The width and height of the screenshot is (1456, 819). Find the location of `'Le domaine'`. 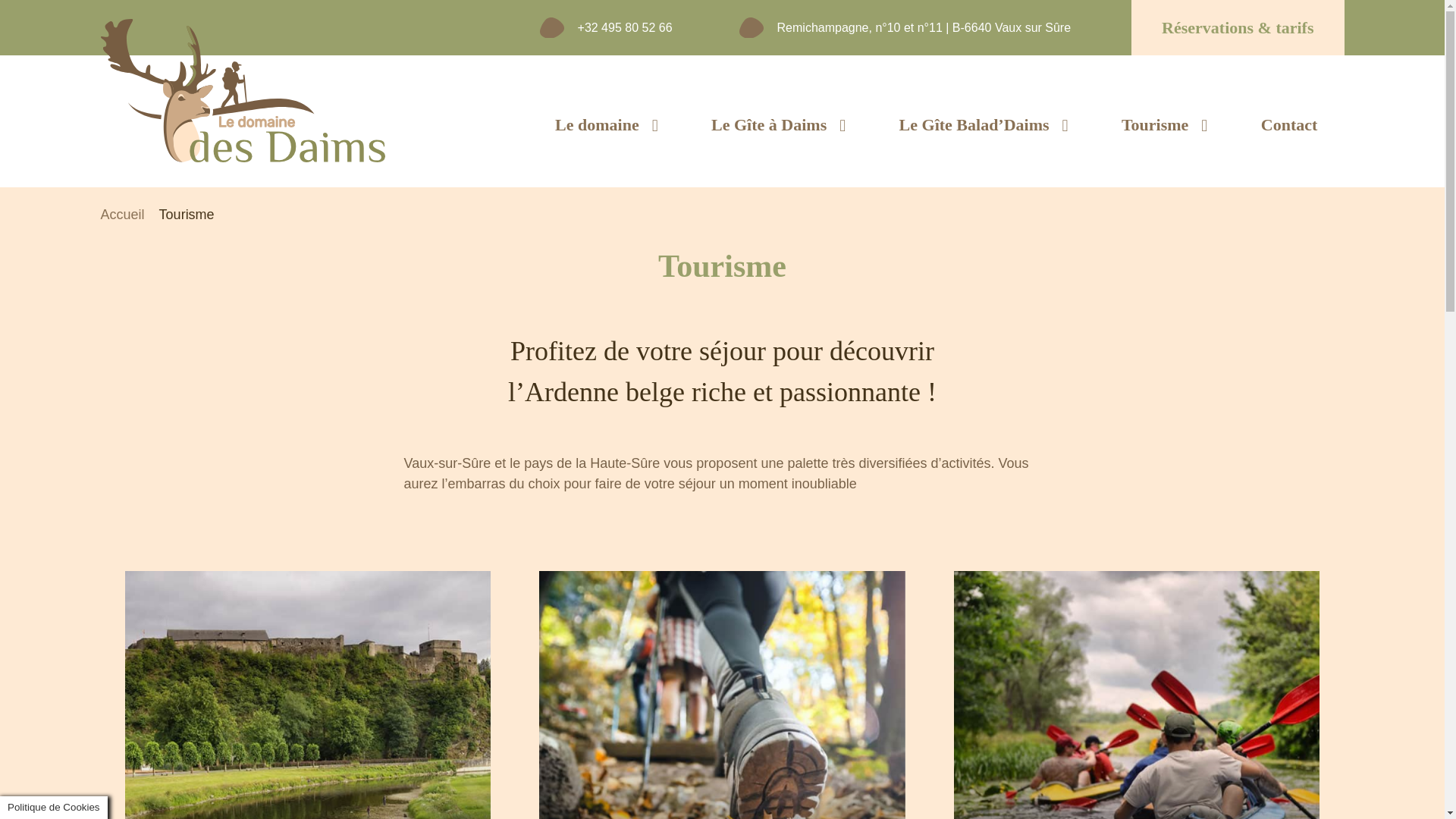

'Le domaine' is located at coordinates (607, 124).